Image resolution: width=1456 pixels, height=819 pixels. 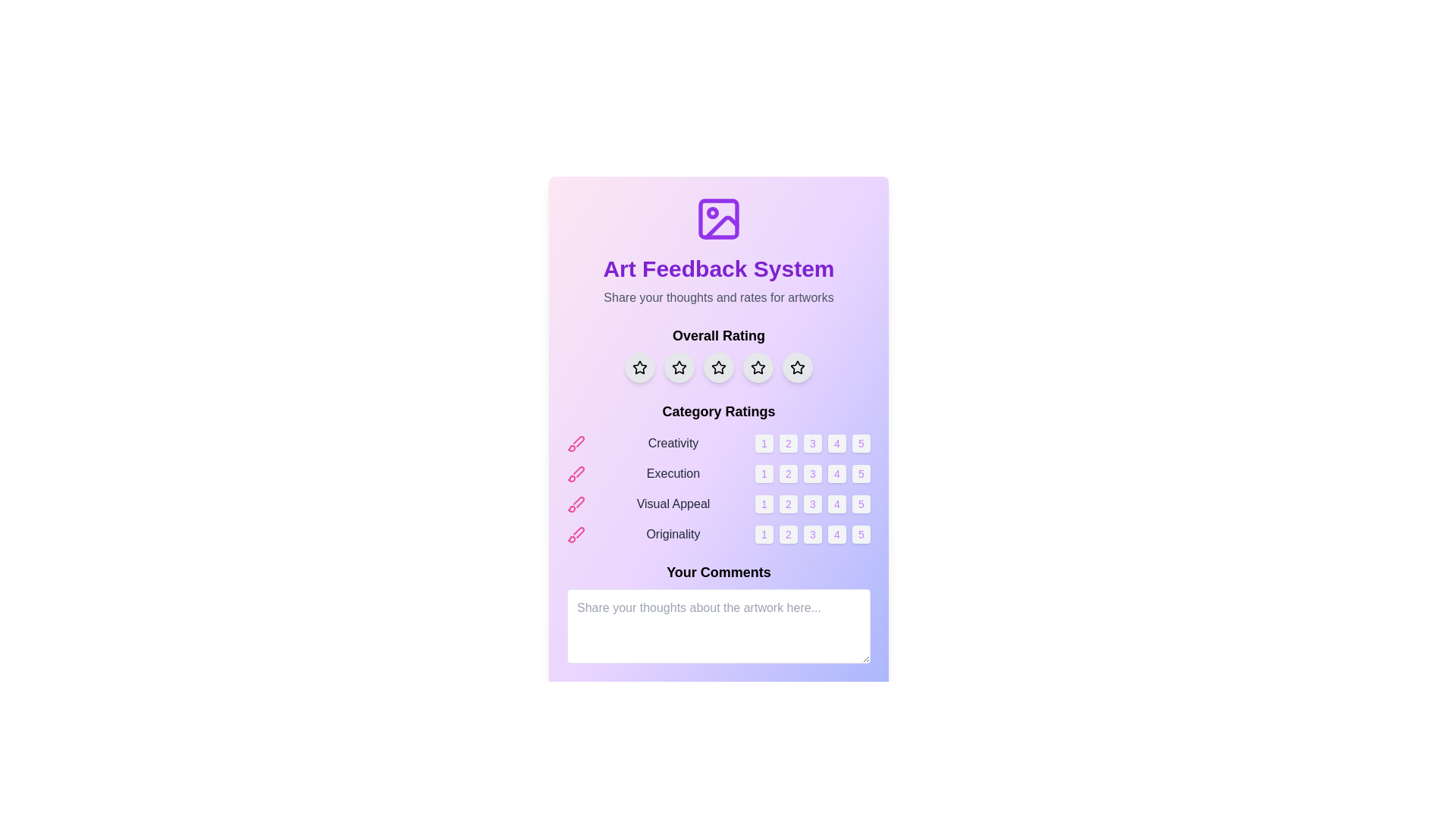 I want to click on the circular button displaying the number '2' with a light gray background to change its background color, so click(x=789, y=504).